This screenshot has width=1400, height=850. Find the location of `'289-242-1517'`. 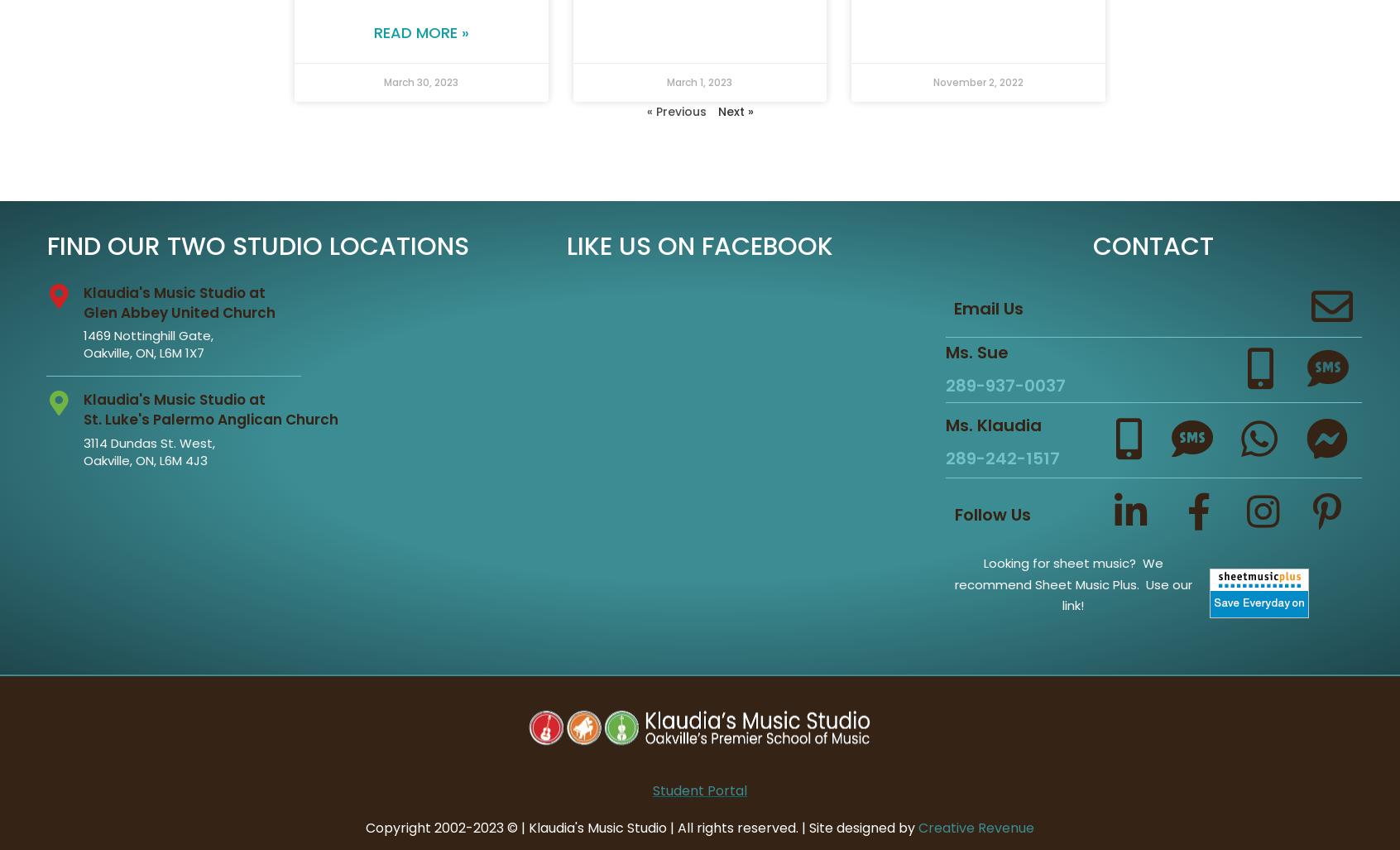

'289-242-1517' is located at coordinates (1001, 457).